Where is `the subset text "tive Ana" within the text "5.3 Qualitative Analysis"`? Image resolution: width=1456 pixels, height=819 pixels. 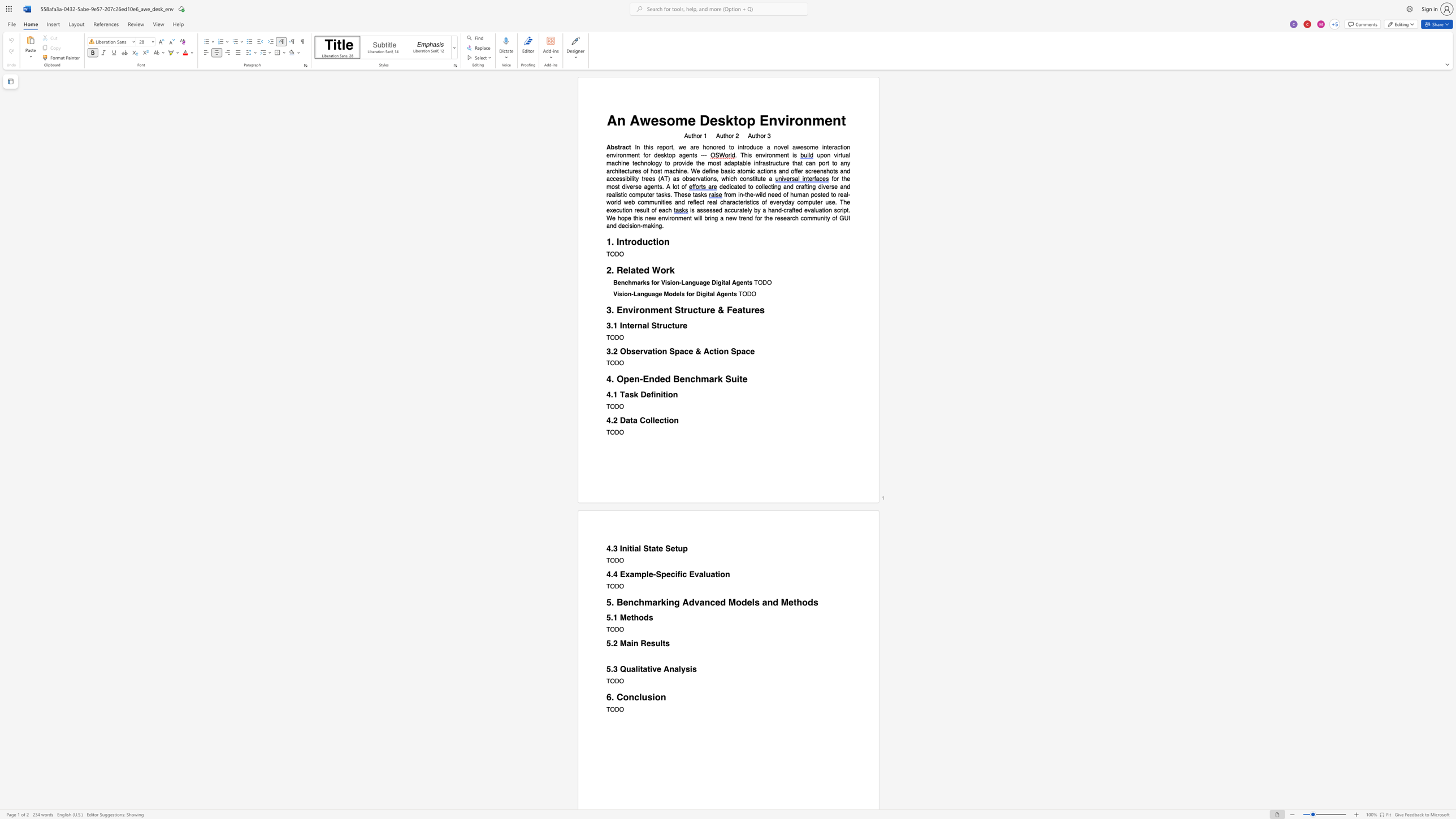 the subset text "tive Ana" within the text "5.3 Qualitative Analysis" is located at coordinates (647, 669).